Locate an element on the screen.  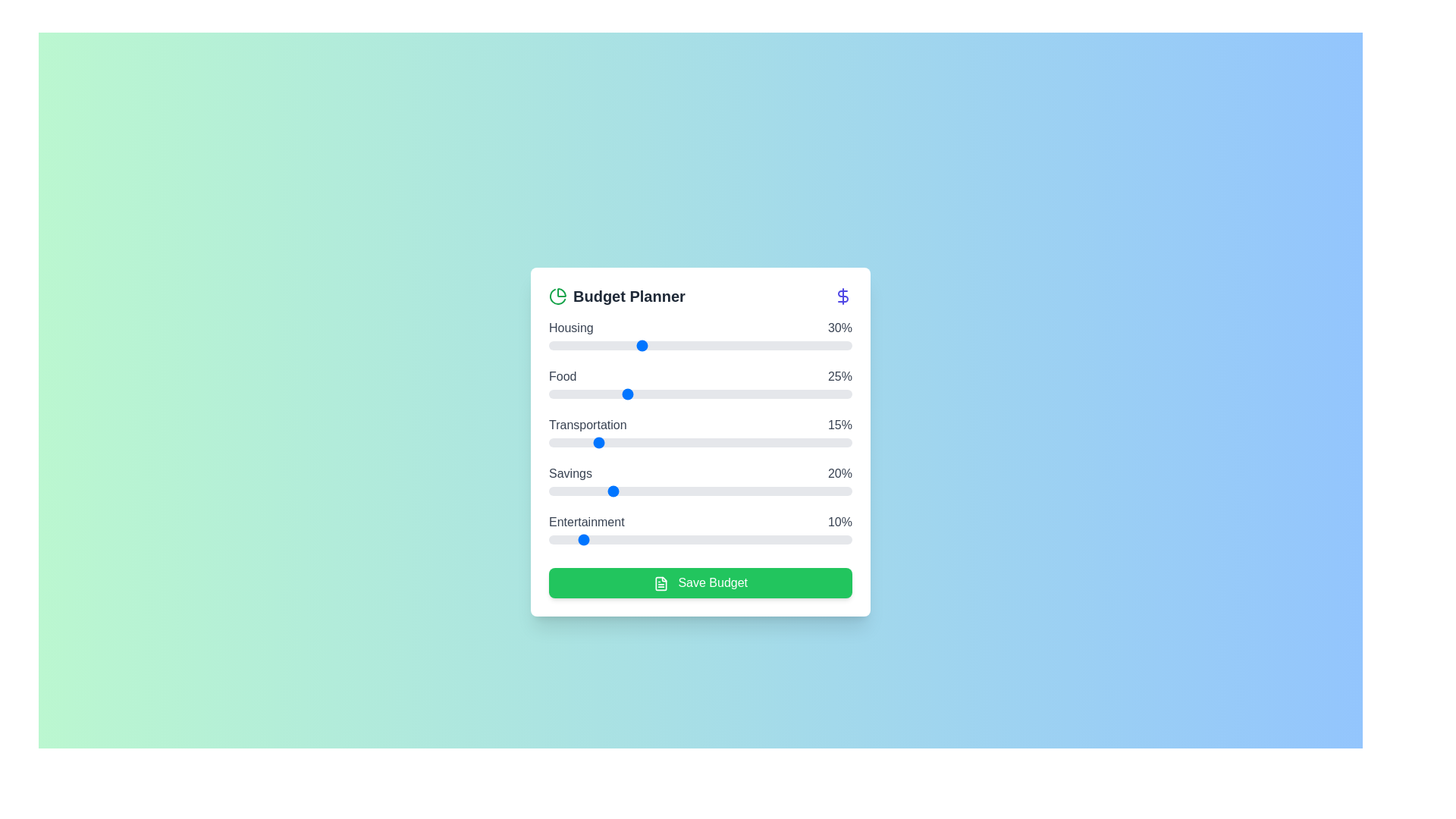
the slider for 'Food' to set its percentage to 49 is located at coordinates (697, 394).